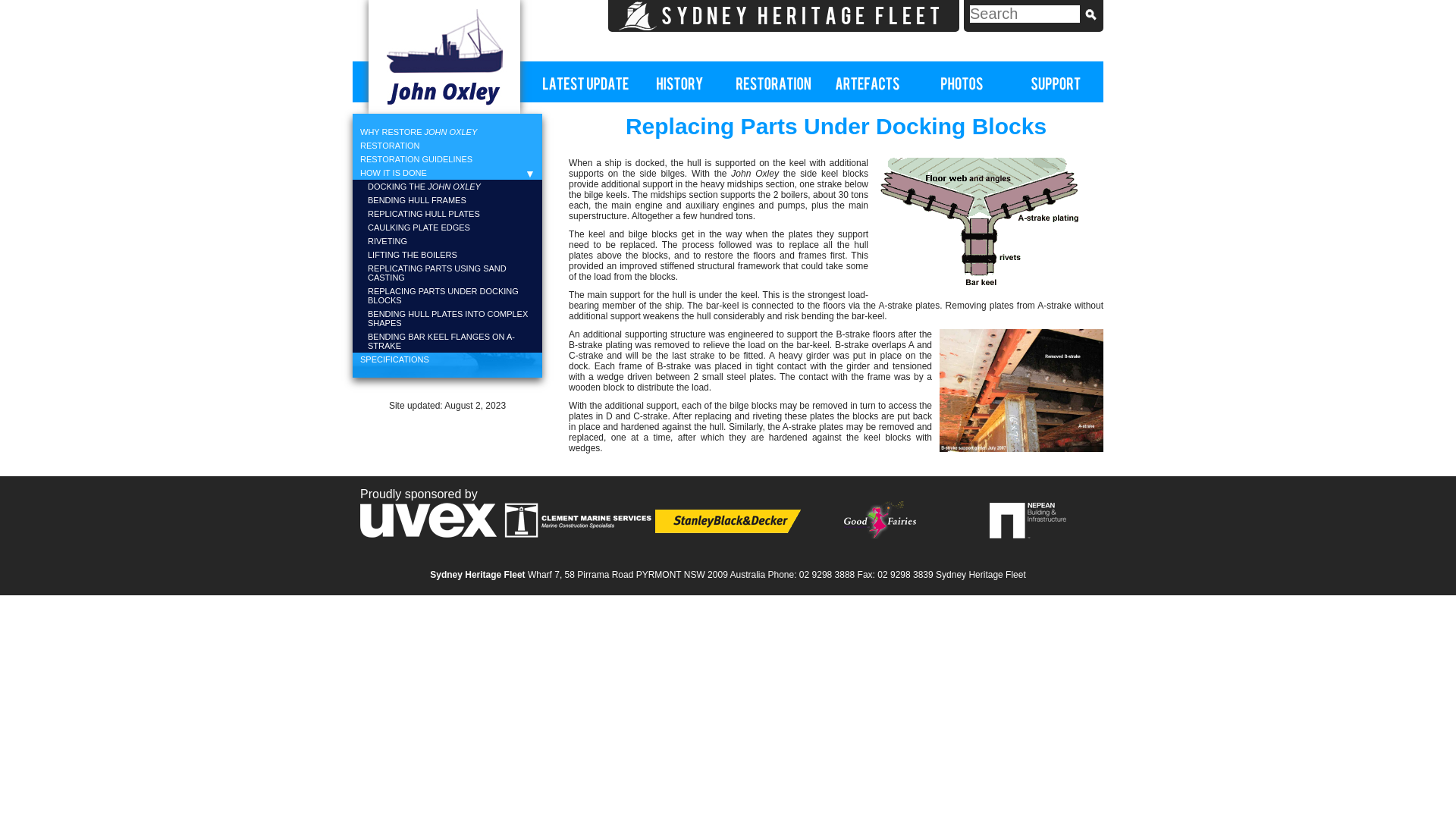 Image resolution: width=1456 pixels, height=819 pixels. Describe the element at coordinates (447, 271) in the screenshot. I see `'REPLICATING PARTS USING SAND CASTING'` at that location.